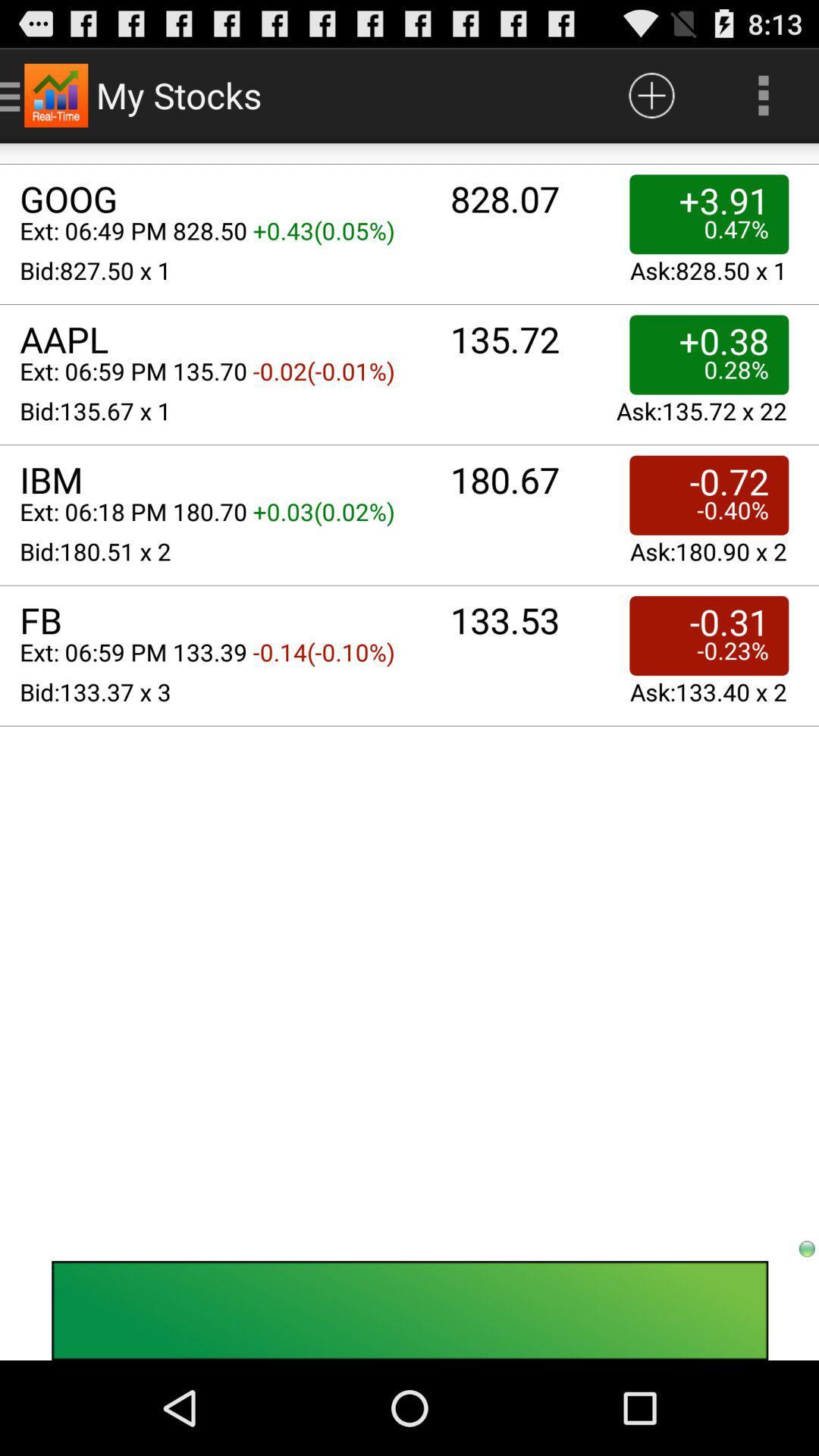  What do you see at coordinates (651, 94) in the screenshot?
I see `listing` at bounding box center [651, 94].